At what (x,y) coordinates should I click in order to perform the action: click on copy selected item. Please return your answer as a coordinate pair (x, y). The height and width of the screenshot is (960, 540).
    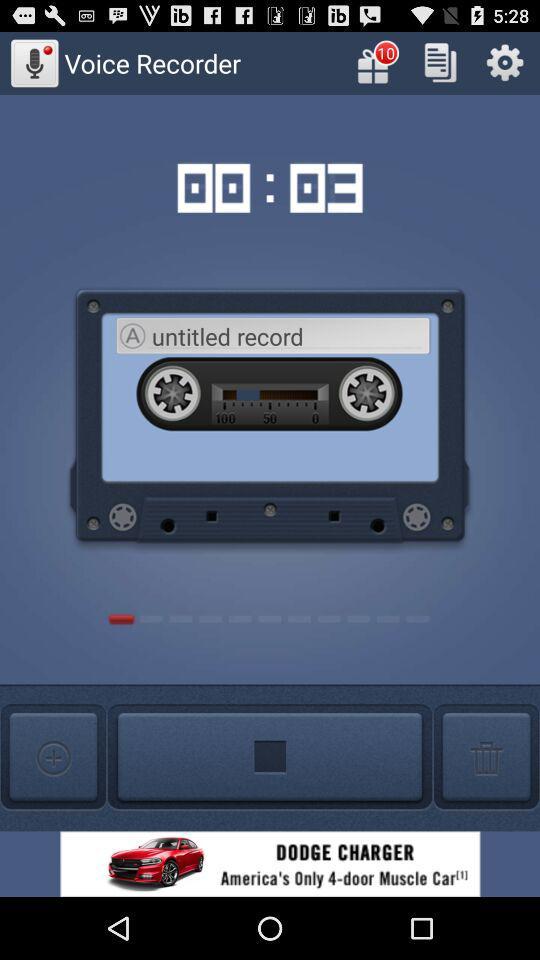
    Looking at the image, I should click on (440, 62).